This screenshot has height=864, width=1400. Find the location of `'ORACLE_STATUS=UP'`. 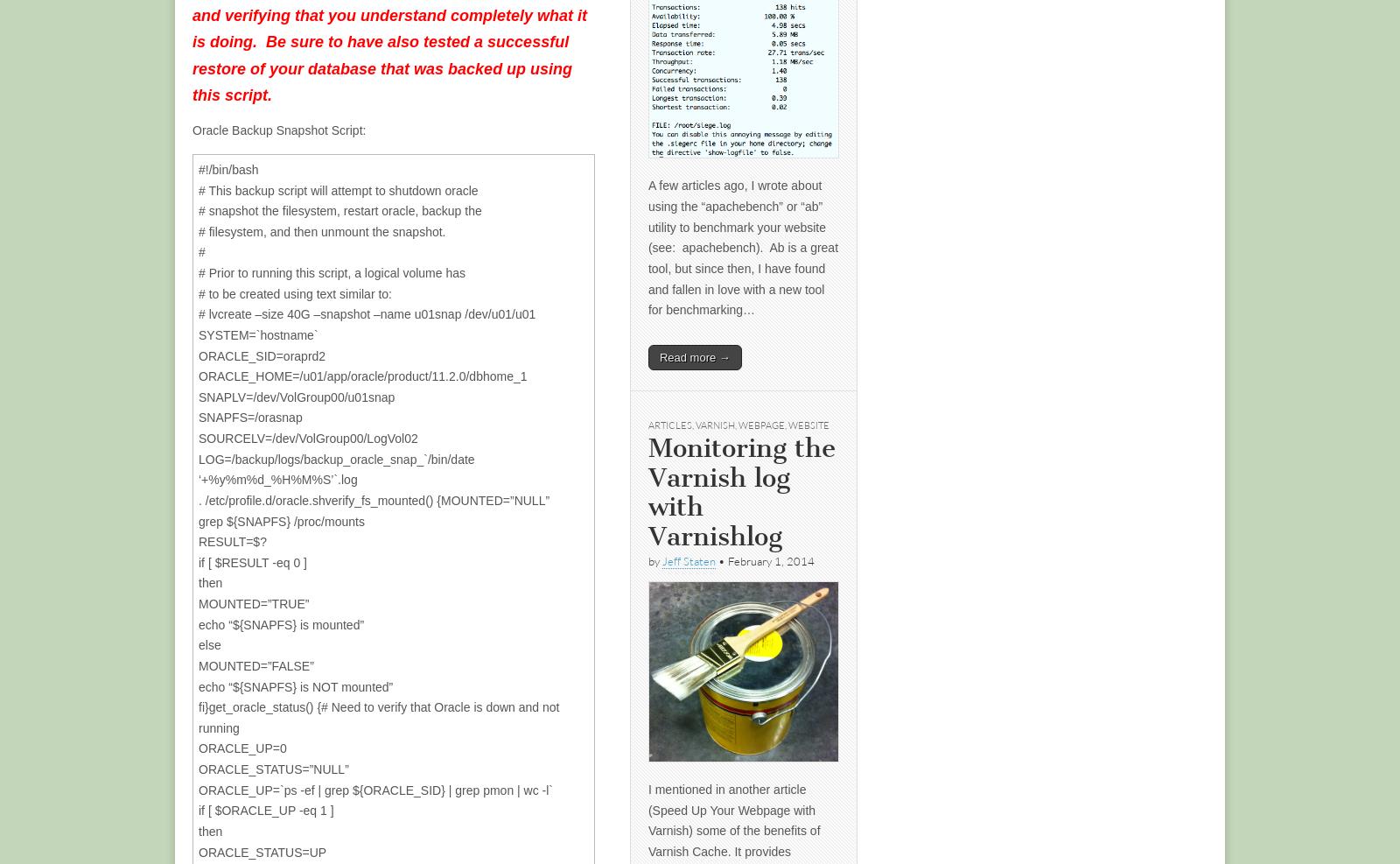

'ORACLE_STATUS=UP' is located at coordinates (262, 851).